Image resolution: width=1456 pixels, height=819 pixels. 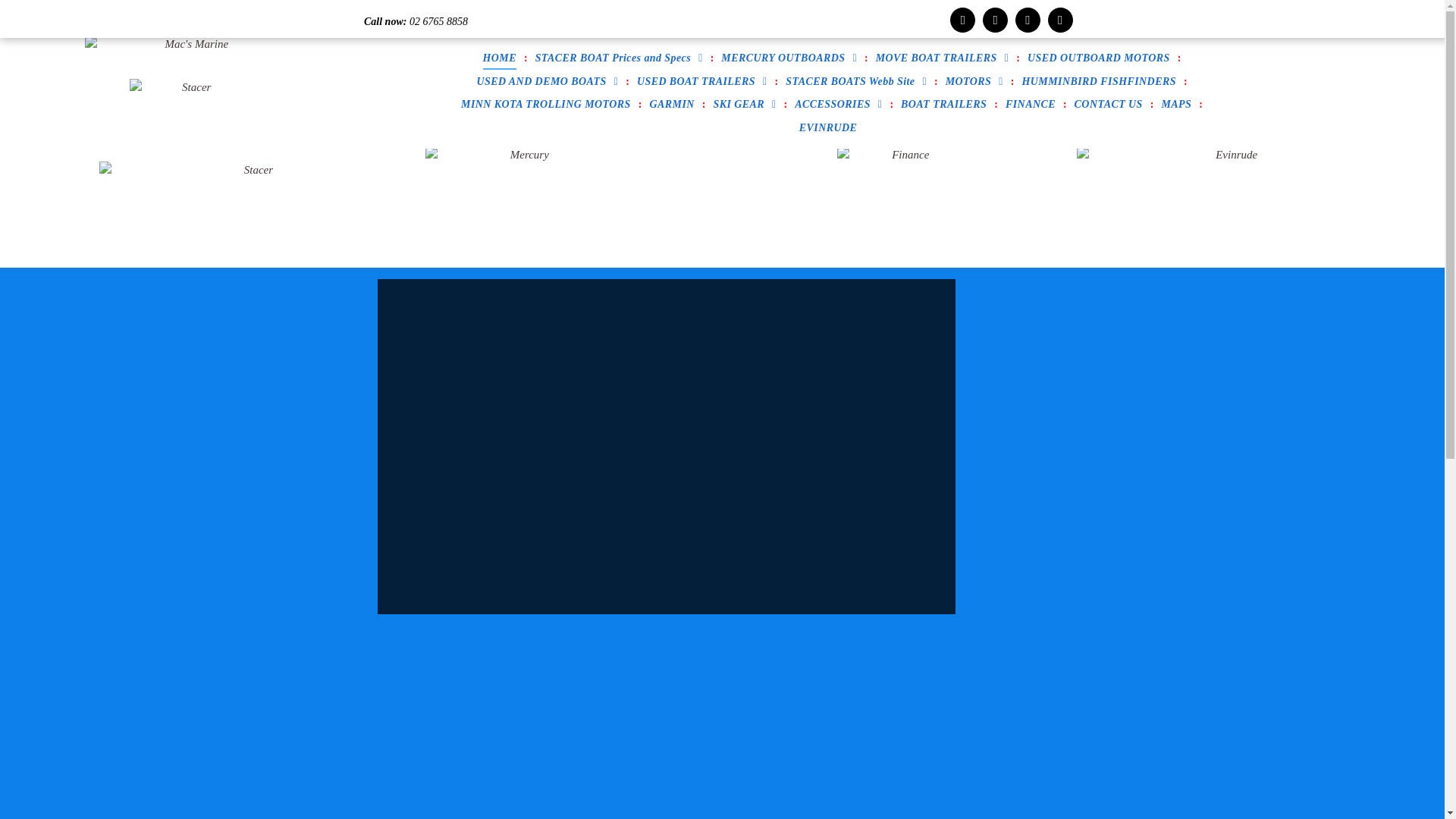 I want to click on 'HOME', so click(x=475, y=58).